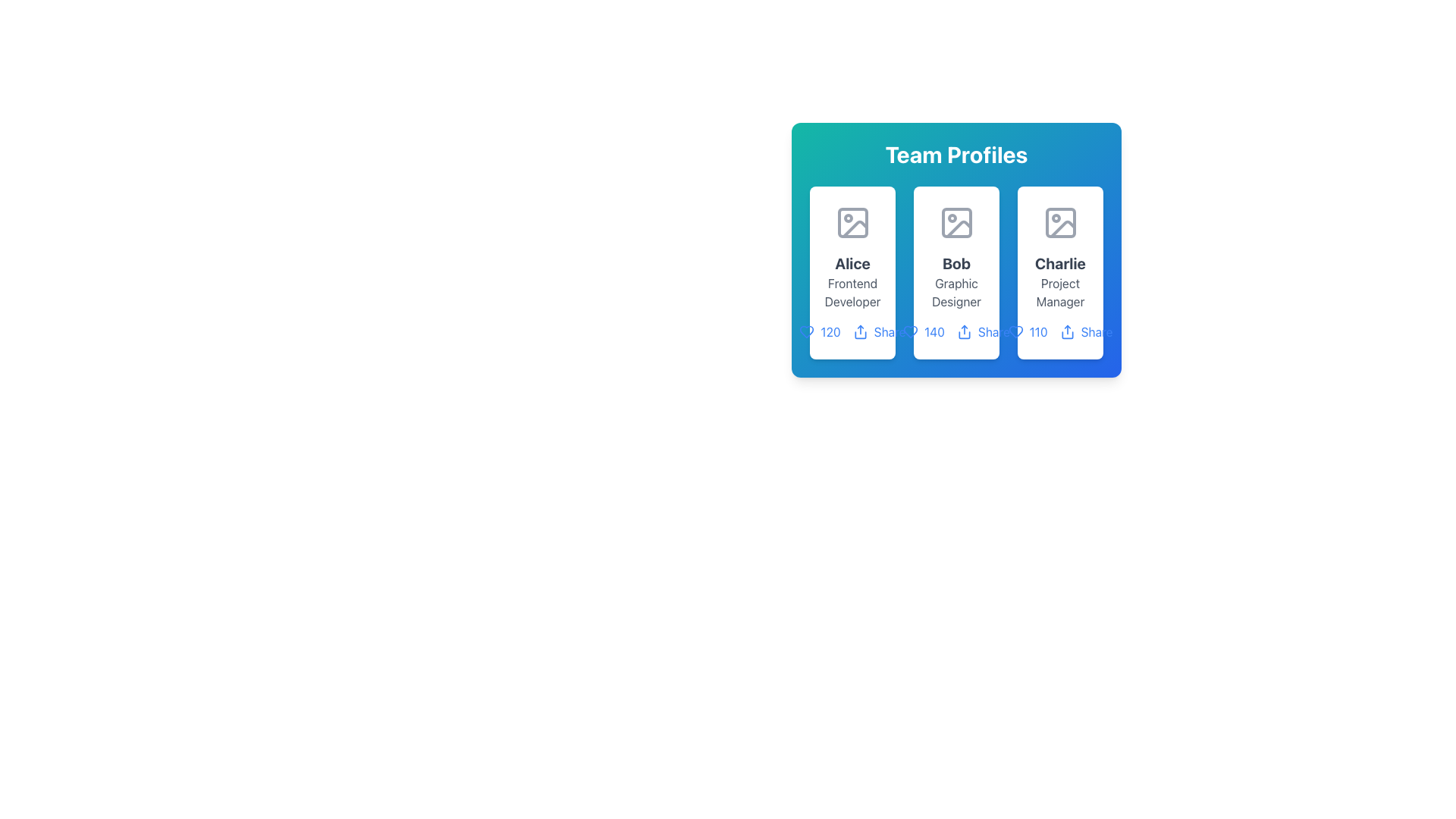 Image resolution: width=1456 pixels, height=819 pixels. I want to click on the blue outlined share icon with an upward arrow located at the bottom-center of the second card labeled 'Bob' in the 'Team Profiles' section, so click(964, 331).